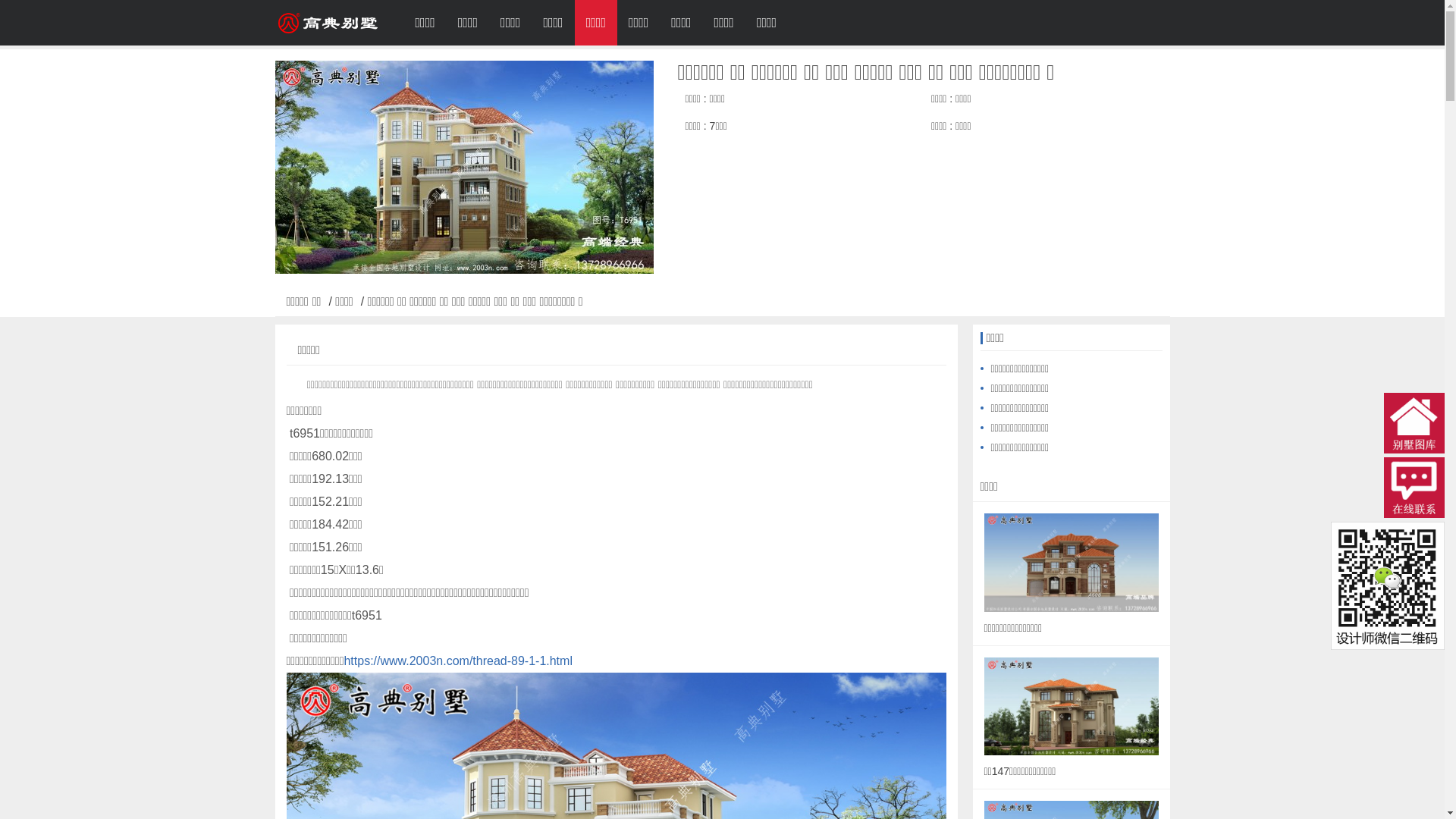 The width and height of the screenshot is (1456, 819). Describe the element at coordinates (457, 660) in the screenshot. I see `'https://www.2003n.com/thread-89-1-1.html'` at that location.